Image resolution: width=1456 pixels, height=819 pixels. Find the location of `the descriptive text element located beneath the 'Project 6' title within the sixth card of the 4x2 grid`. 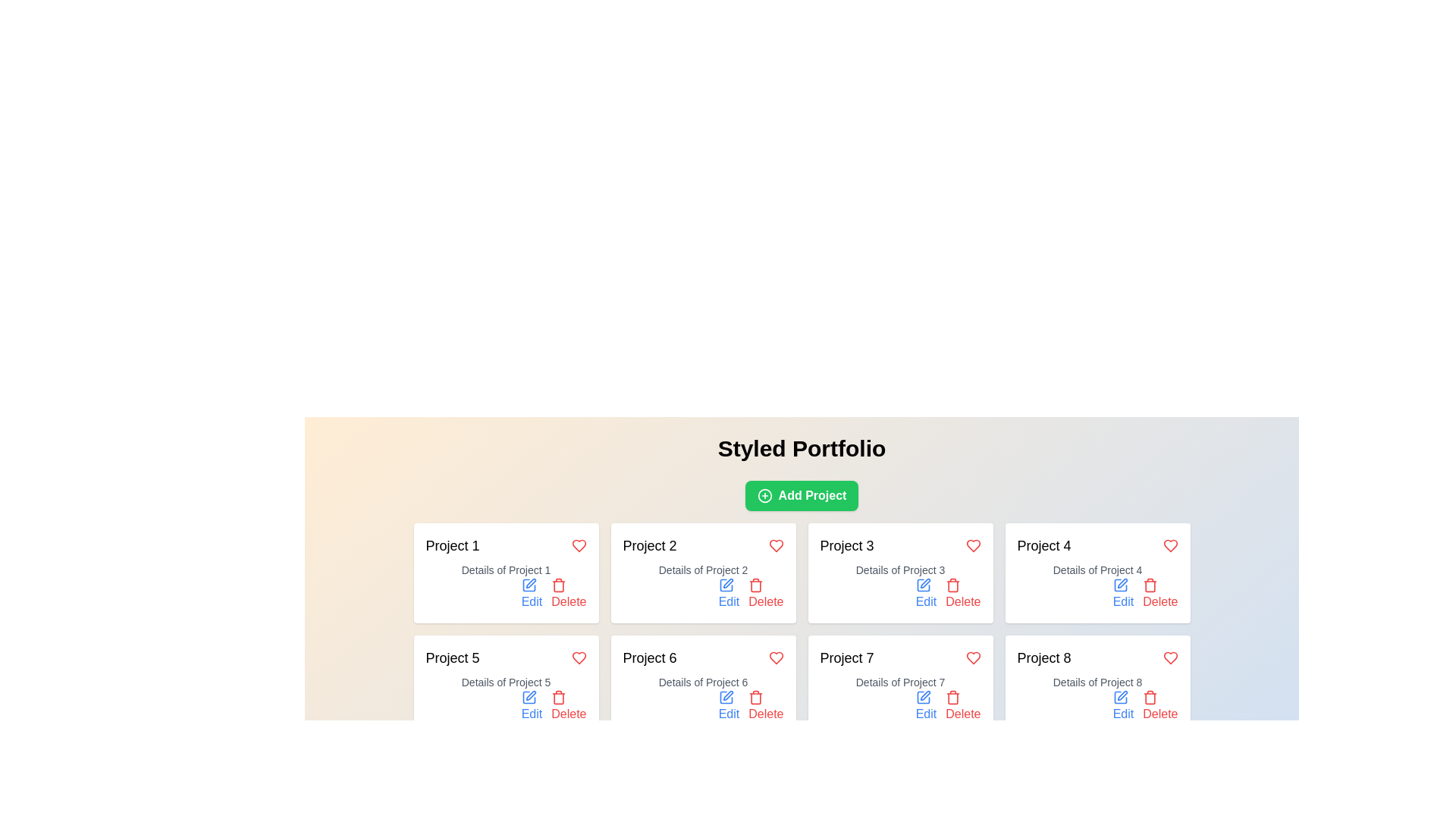

the descriptive text element located beneath the 'Project 6' title within the sixth card of the 4x2 grid is located at coordinates (702, 681).